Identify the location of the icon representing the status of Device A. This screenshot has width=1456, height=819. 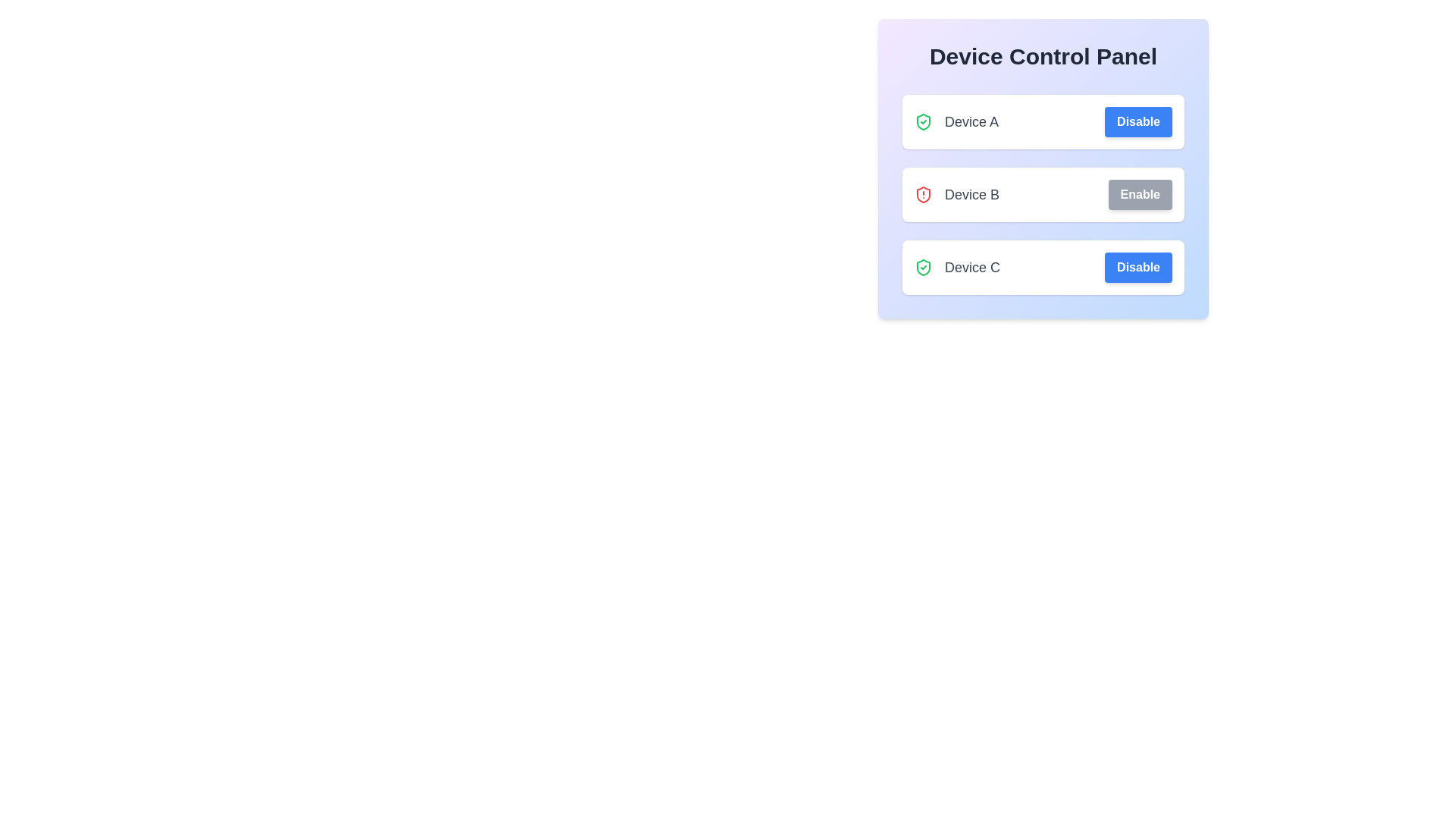
(923, 121).